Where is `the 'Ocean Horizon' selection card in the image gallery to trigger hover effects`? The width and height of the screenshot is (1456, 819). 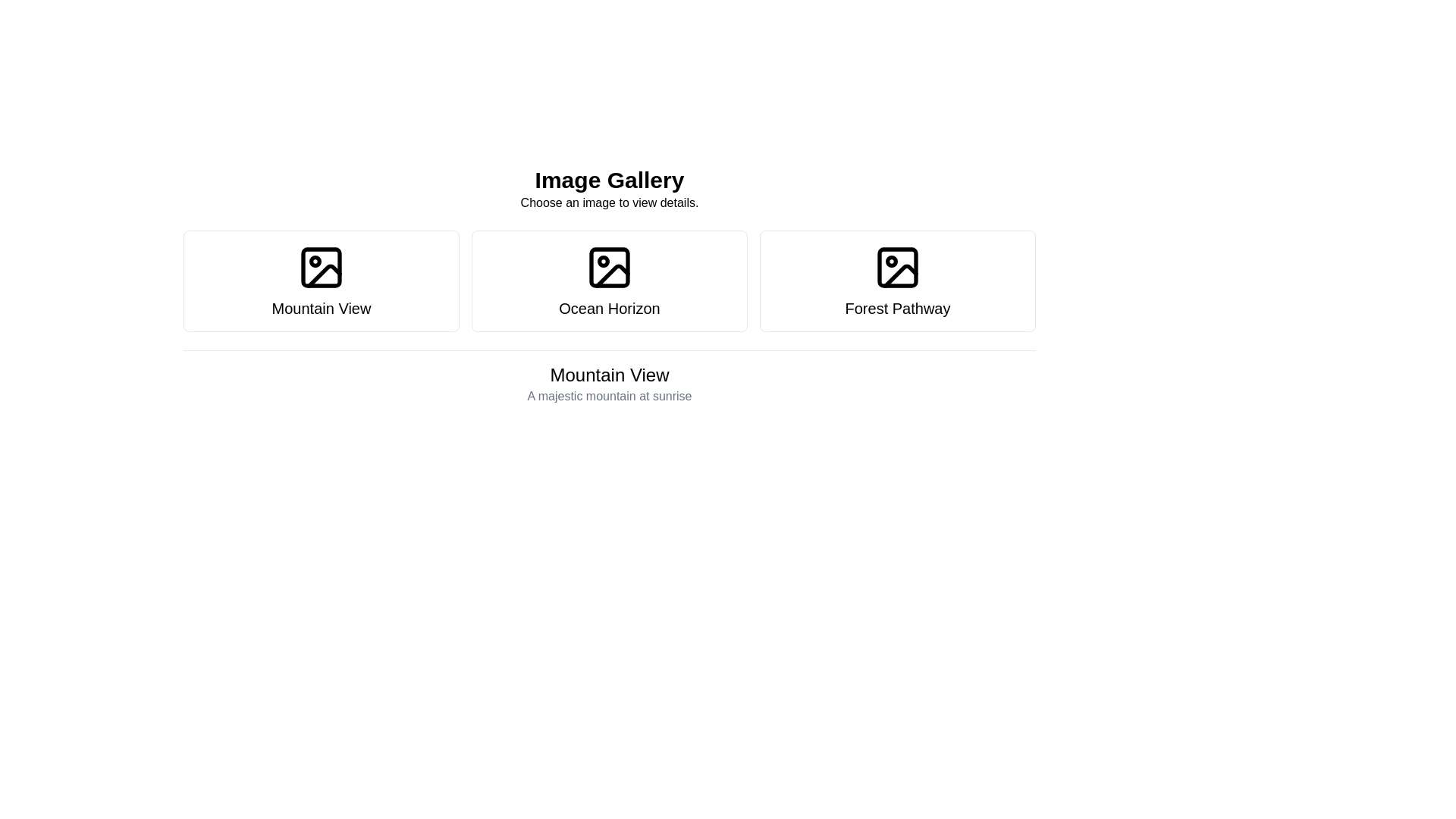 the 'Ocean Horizon' selection card in the image gallery to trigger hover effects is located at coordinates (610, 281).